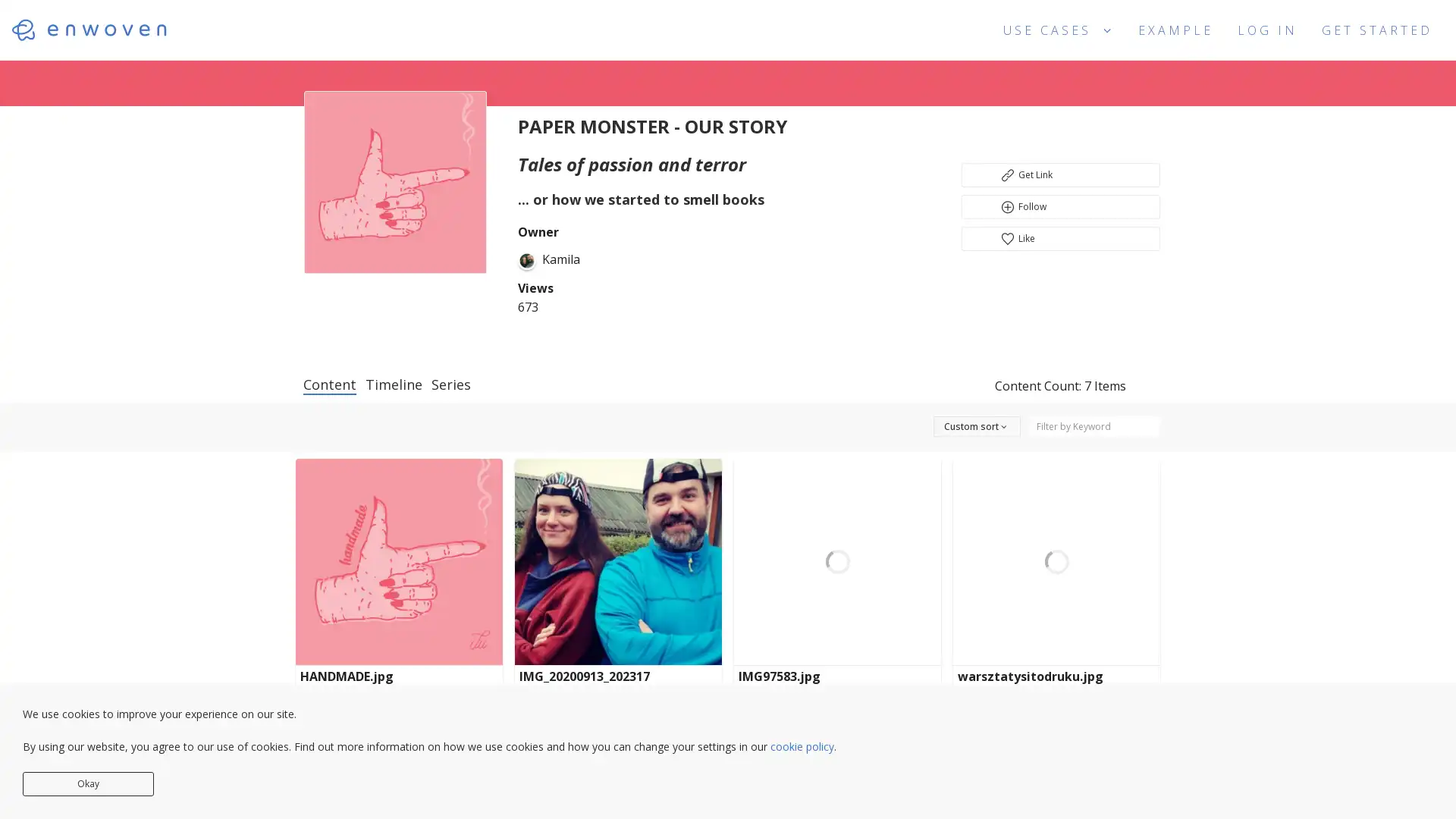  Describe the element at coordinates (450, 382) in the screenshot. I see `Series` at that location.